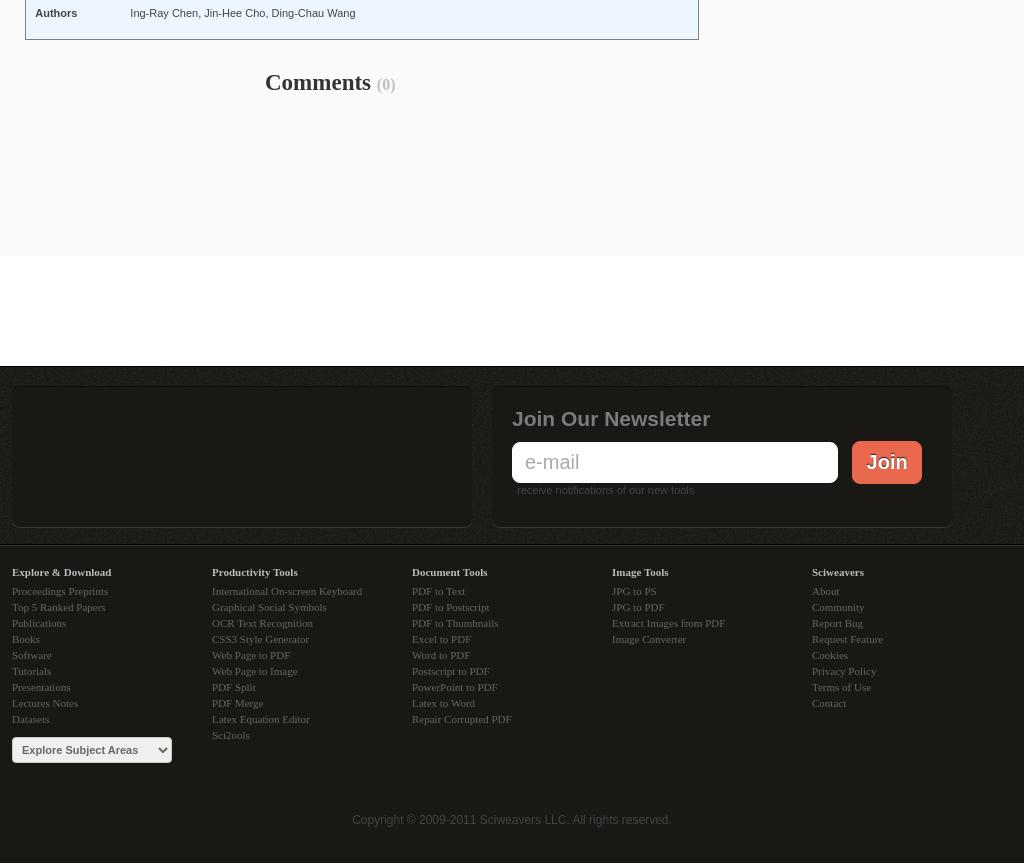 The image size is (1036, 863). Describe the element at coordinates (844, 669) in the screenshot. I see `'Privacy Policy'` at that location.